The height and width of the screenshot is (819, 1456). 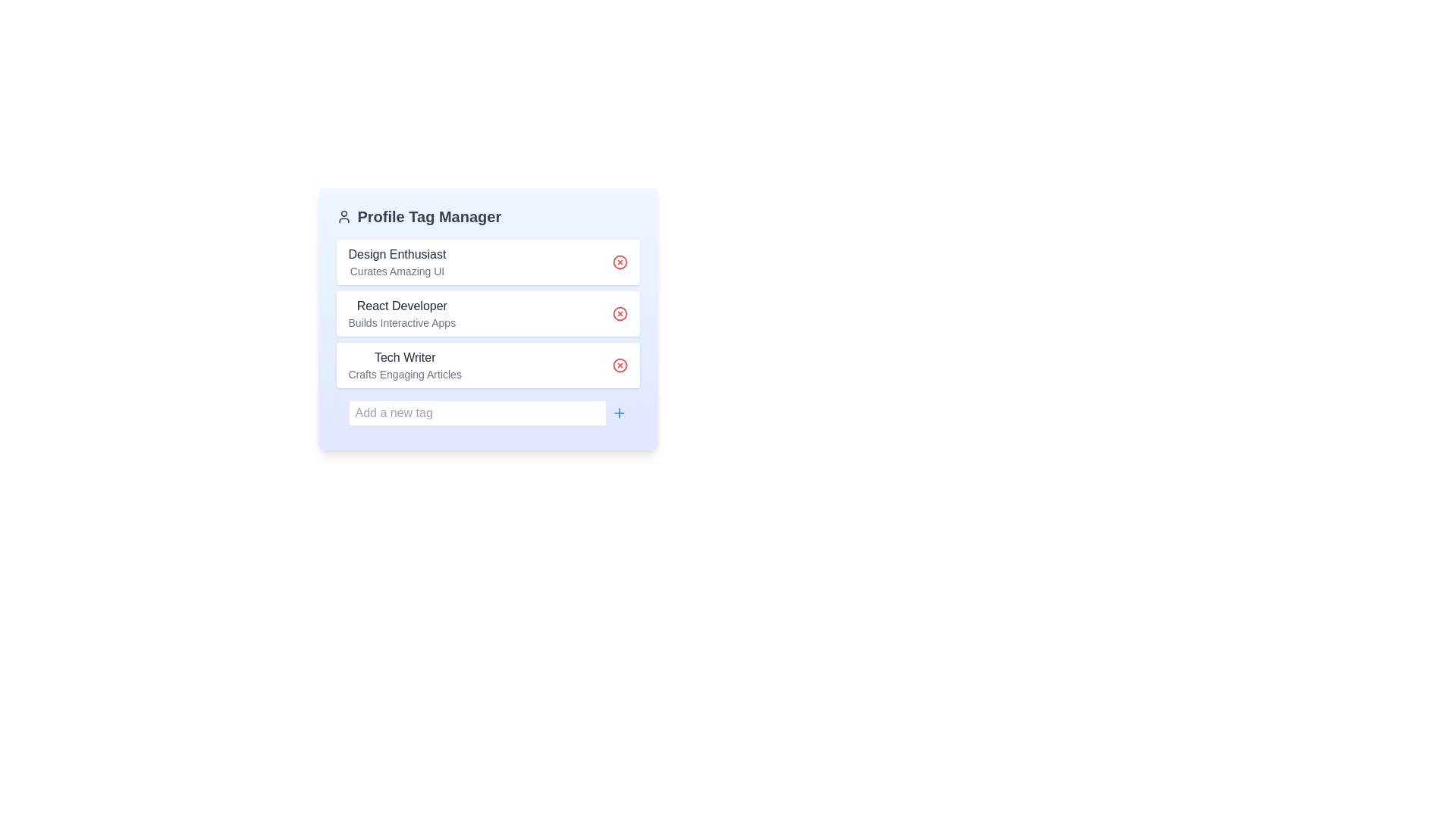 I want to click on the input field and interact with the placeholder text 'Add a new tag', so click(x=476, y=413).